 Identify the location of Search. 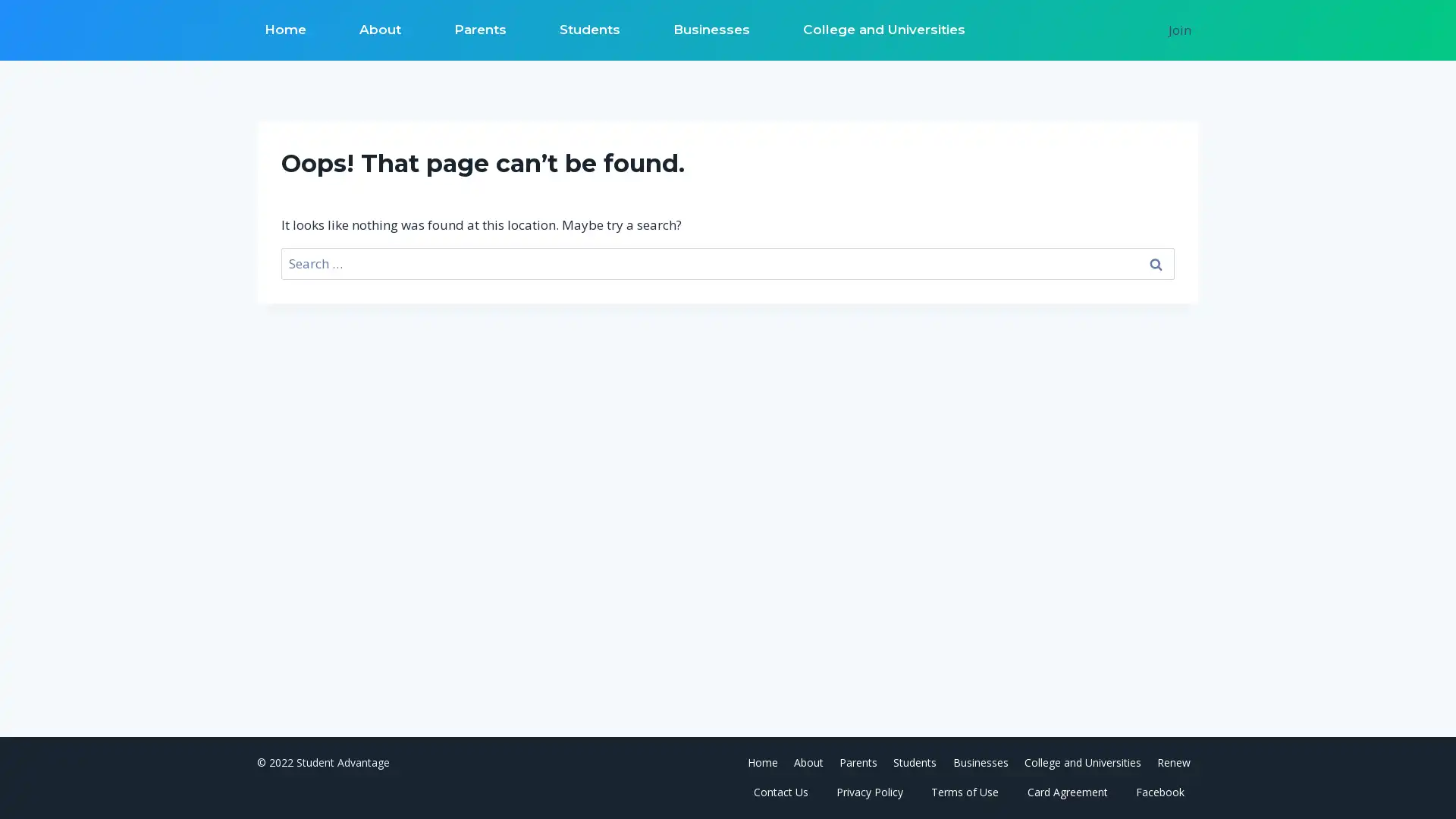
(1154, 262).